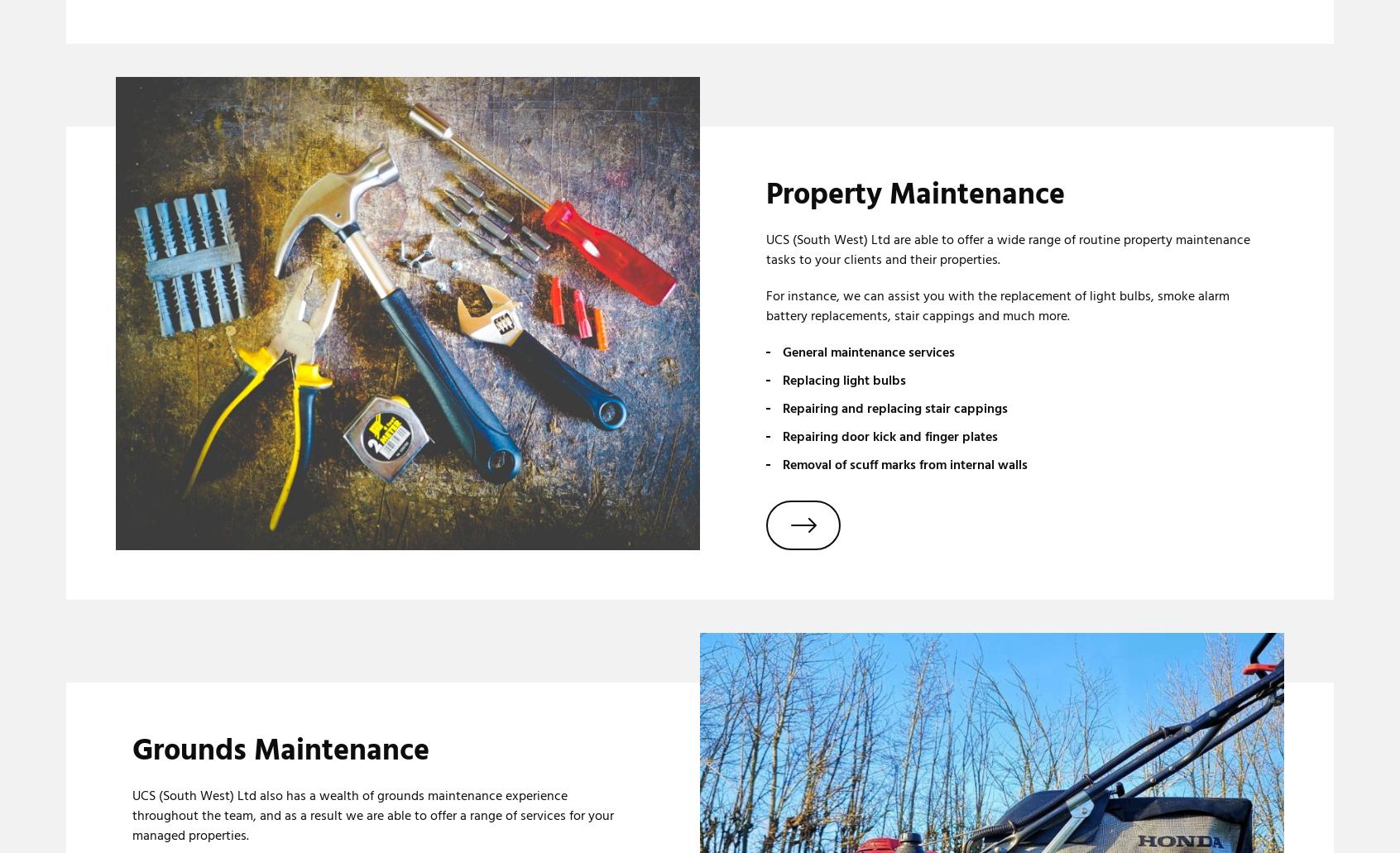  Describe the element at coordinates (782, 463) in the screenshot. I see `'Removal of scuff marks from internal walls'` at that location.